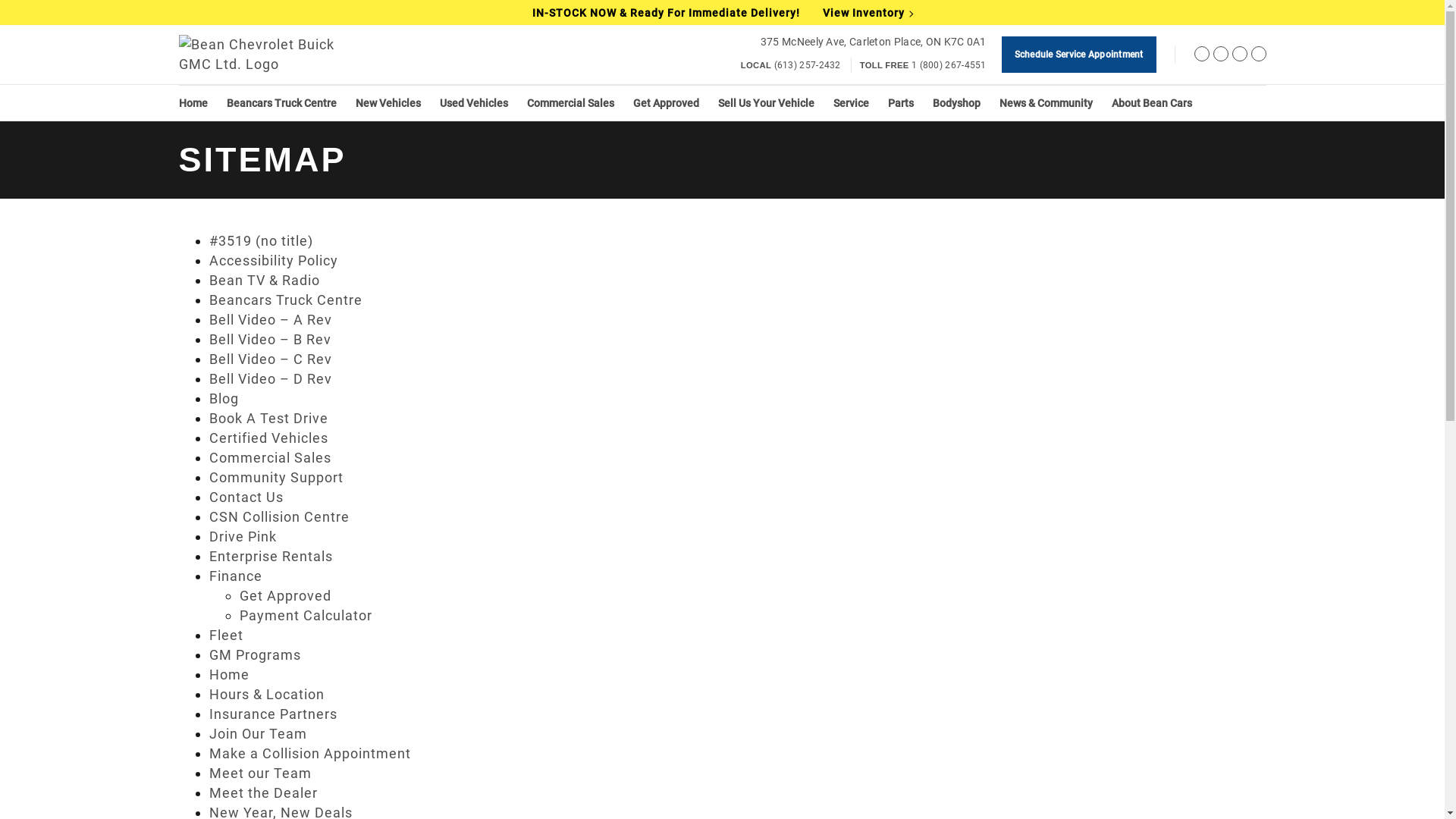 This screenshot has height=819, width=1456. I want to click on 'Hours & Location', so click(208, 694).